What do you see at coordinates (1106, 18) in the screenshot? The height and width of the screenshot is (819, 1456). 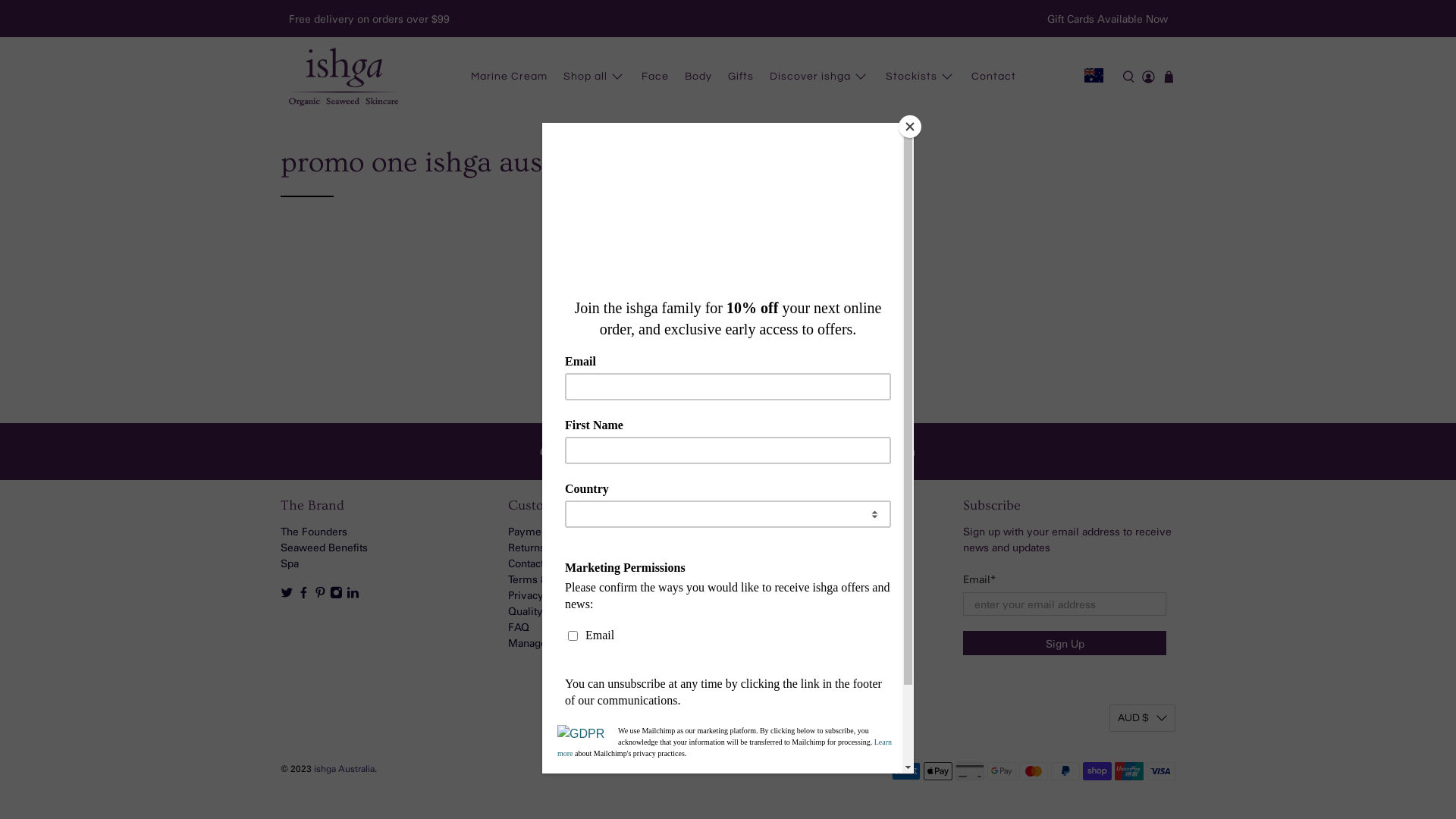 I see `'Gift Cards Available Now'` at bounding box center [1106, 18].